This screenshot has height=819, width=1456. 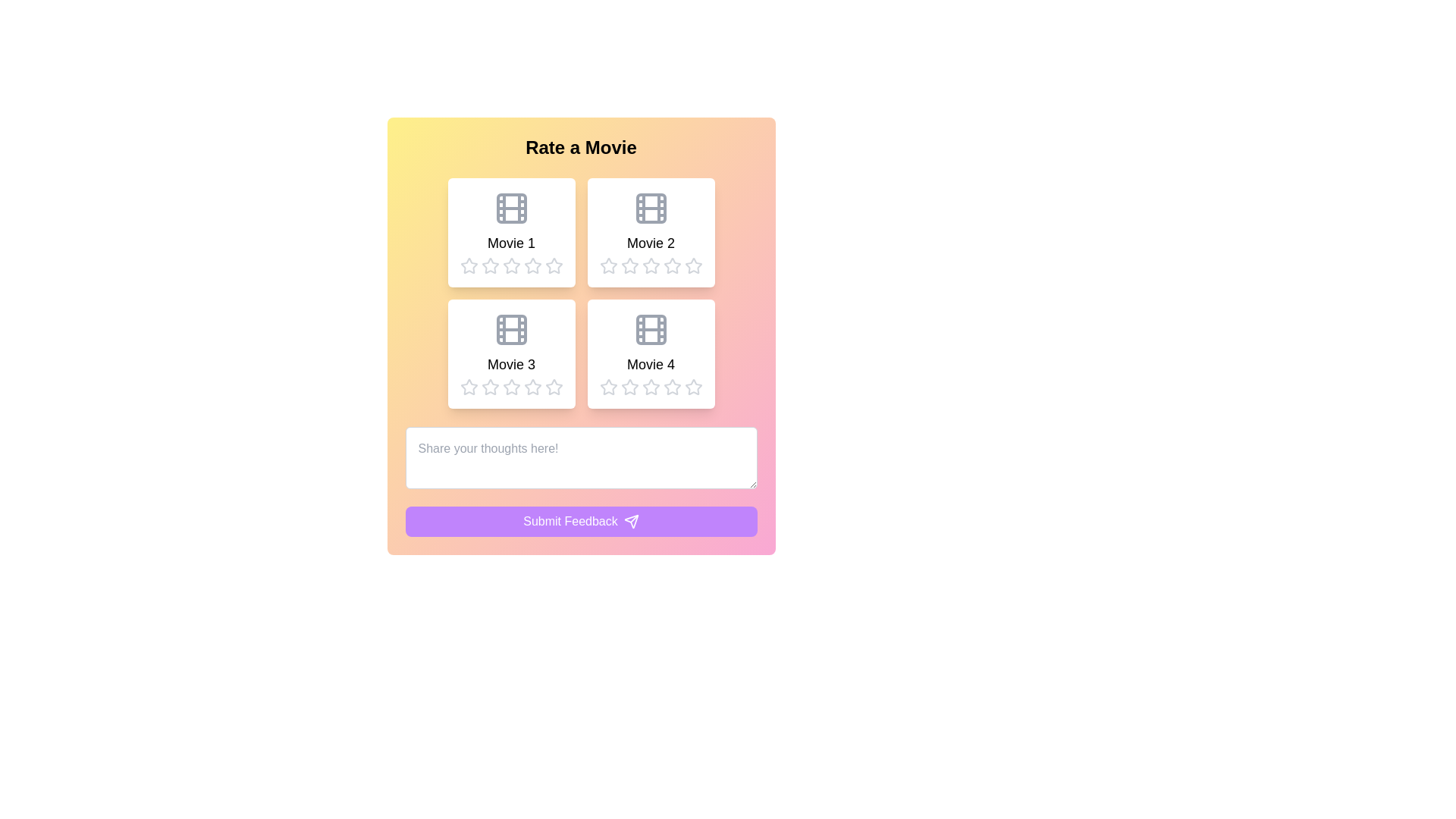 I want to click on the rectangular card labeled 'Movie 3' which contains a film icon and a row of five stars for rating, located in the bottom-left corner of the grid of movie cards, so click(x=511, y=353).